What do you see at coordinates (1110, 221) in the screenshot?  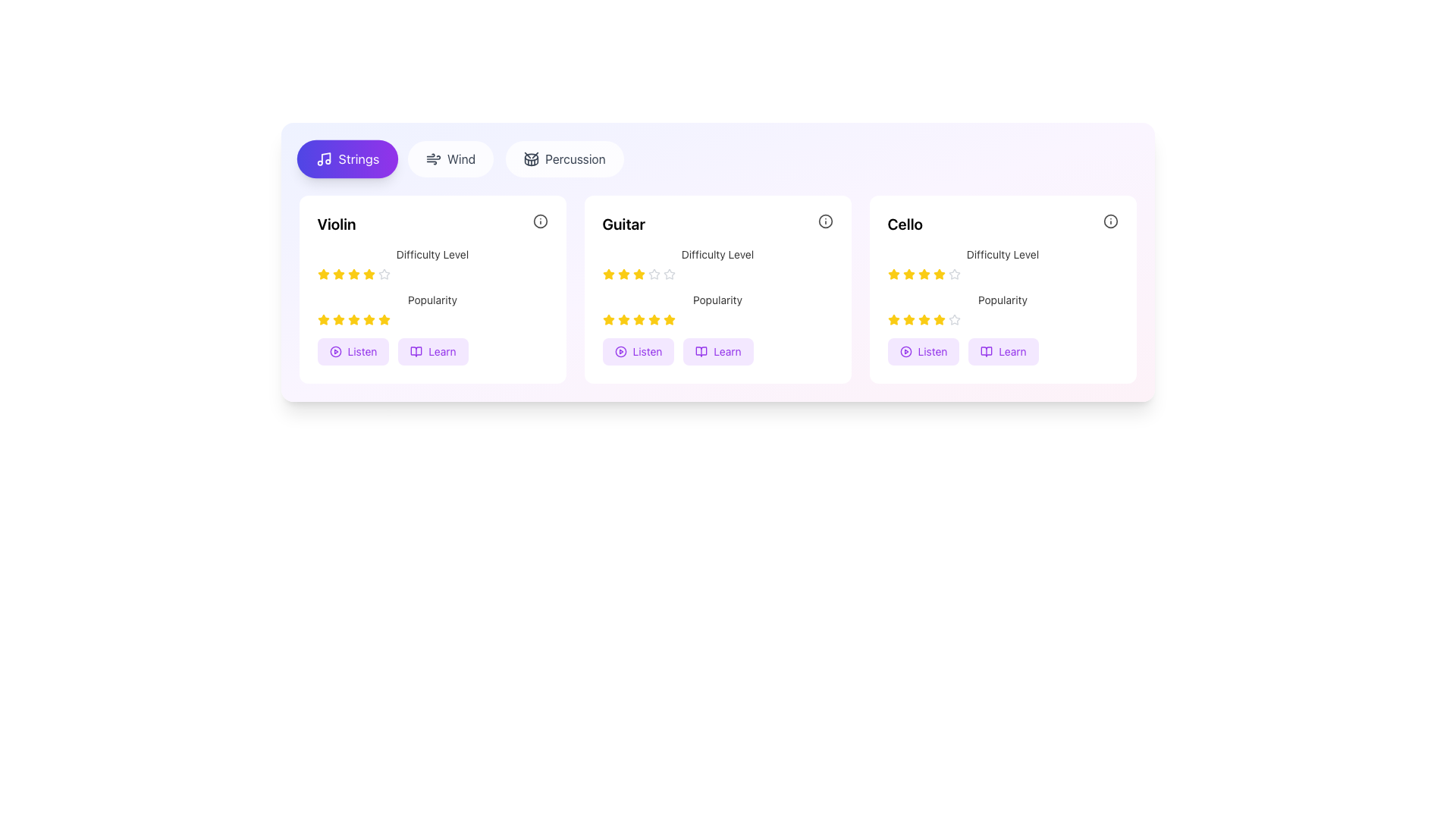 I see `the SVG circle shape located at the top-right corner of the Cello section, which is the innermost shape of the informational icon` at bounding box center [1110, 221].